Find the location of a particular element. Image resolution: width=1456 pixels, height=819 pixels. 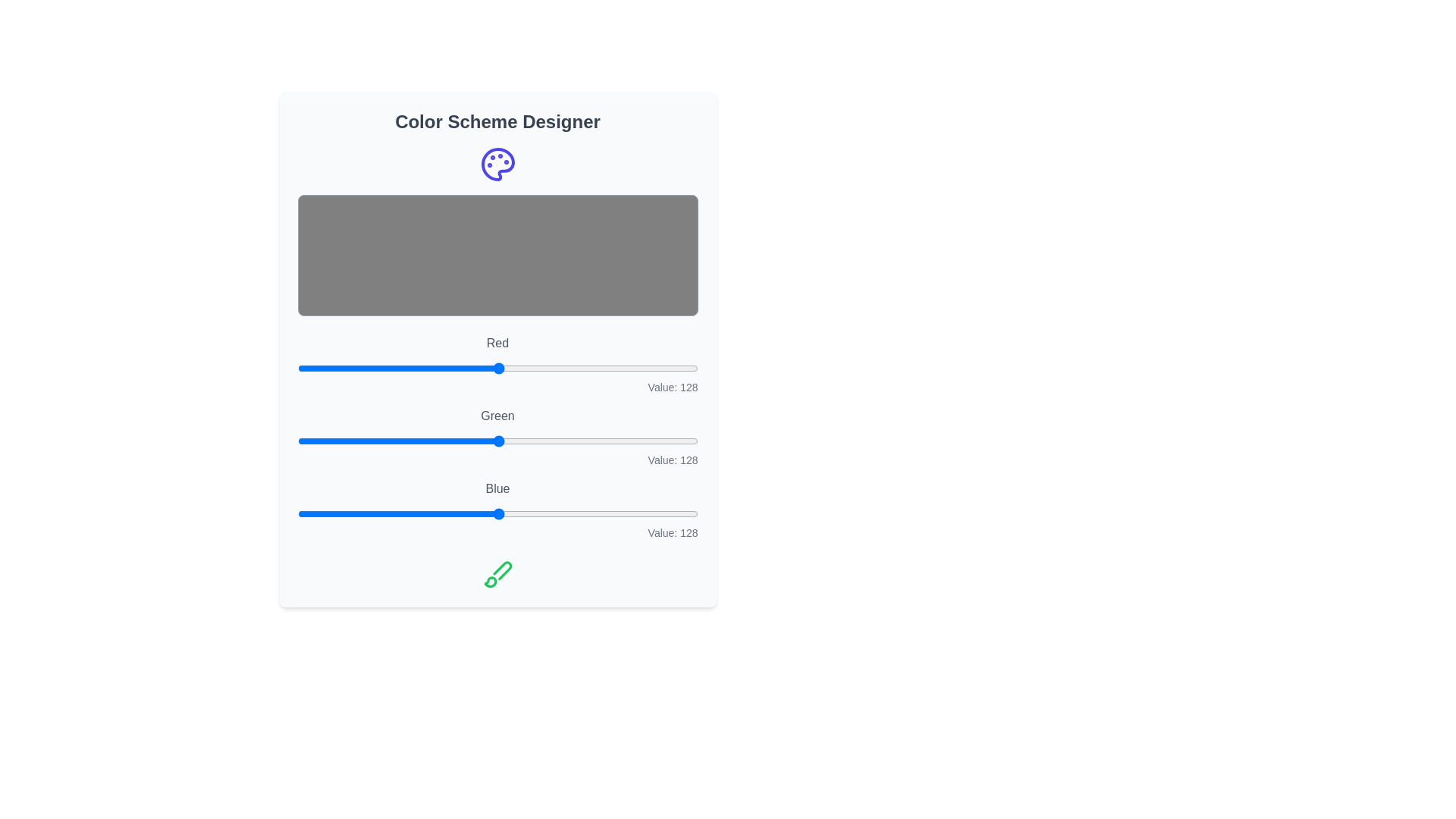

the blue color value is located at coordinates (379, 513).